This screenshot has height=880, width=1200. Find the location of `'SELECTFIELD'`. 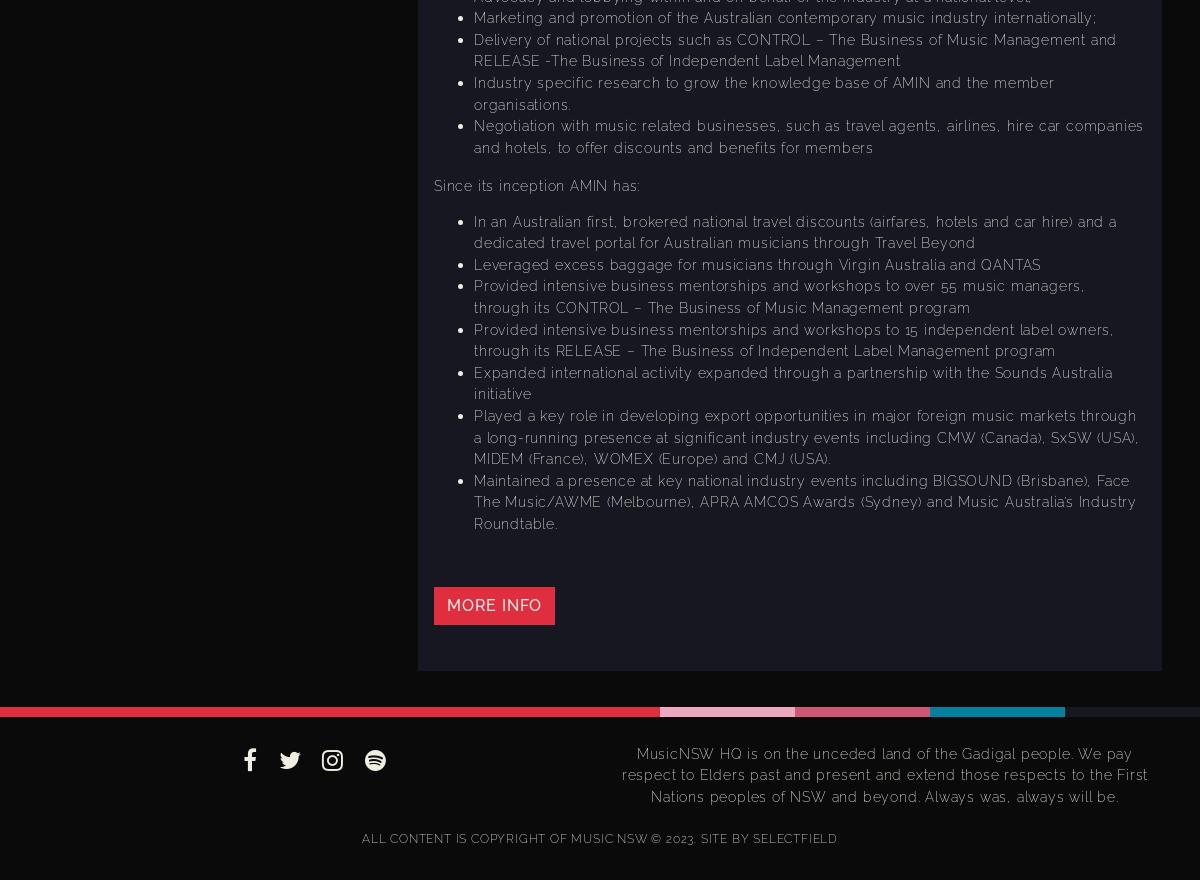

'SELECTFIELD' is located at coordinates (751, 837).